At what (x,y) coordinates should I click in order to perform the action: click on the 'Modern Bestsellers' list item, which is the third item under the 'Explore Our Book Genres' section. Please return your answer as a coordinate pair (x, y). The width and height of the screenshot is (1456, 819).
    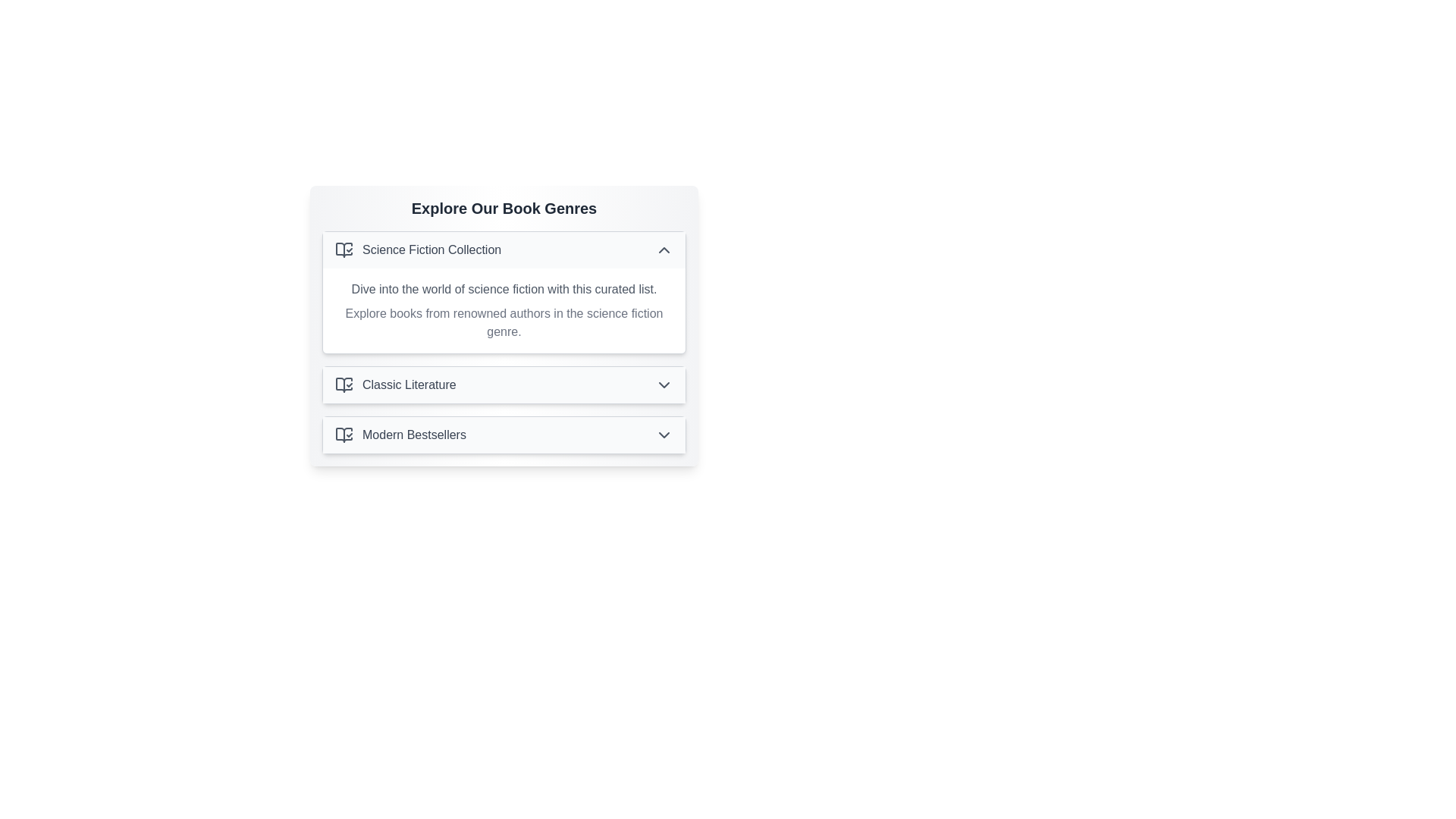
    Looking at the image, I should click on (400, 435).